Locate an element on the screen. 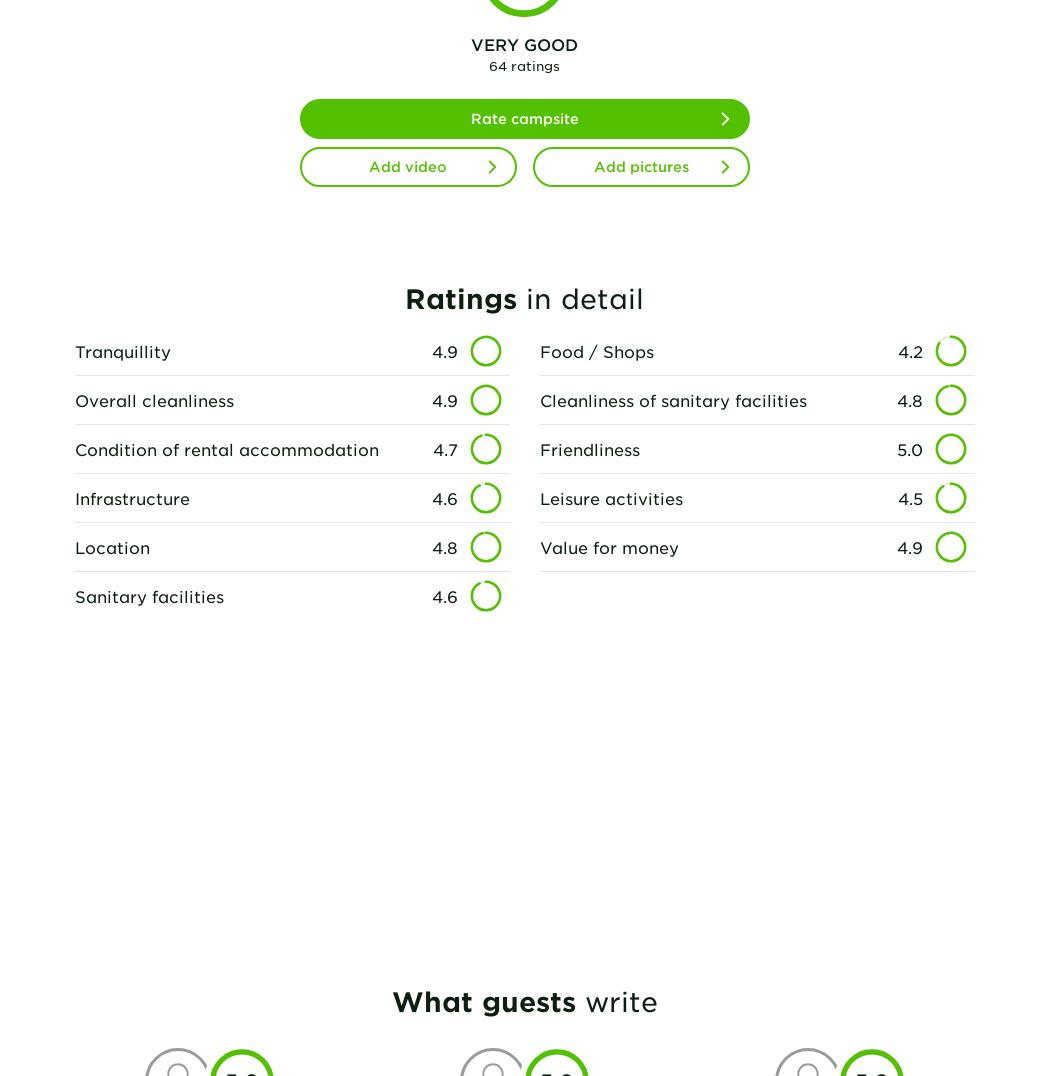 Image resolution: width=1049 pixels, height=1076 pixels. 'in detail' is located at coordinates (579, 296).